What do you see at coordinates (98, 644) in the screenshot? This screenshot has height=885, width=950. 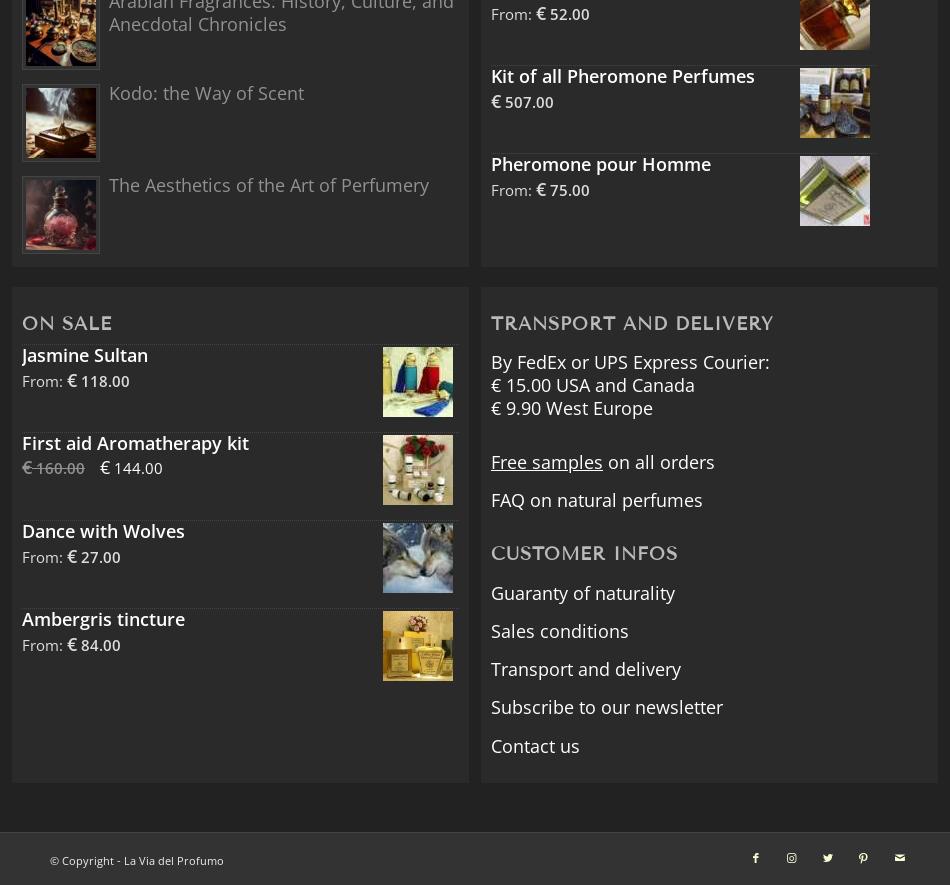 I see `'84.00'` at bounding box center [98, 644].